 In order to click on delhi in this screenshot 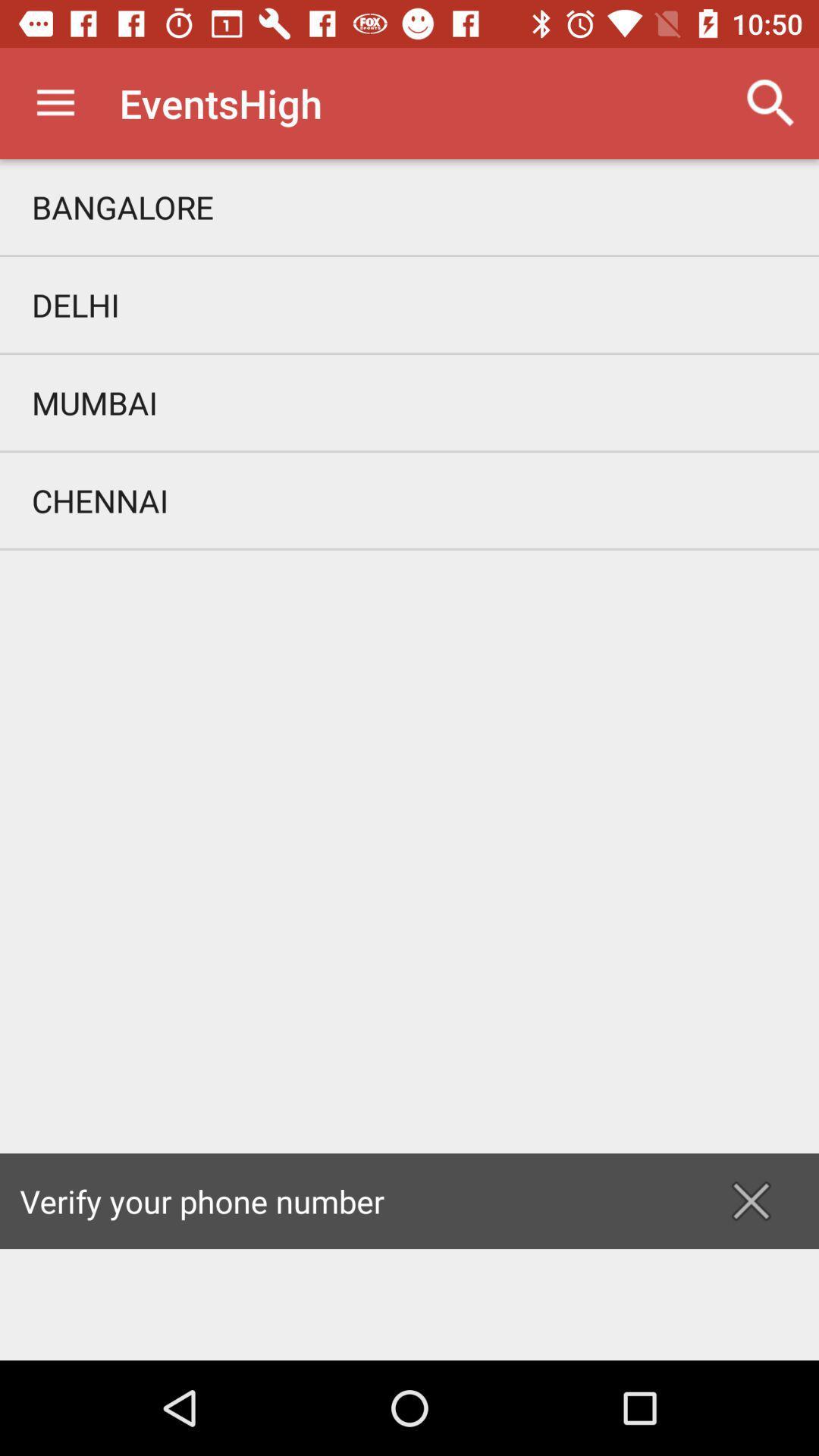, I will do `click(409, 304)`.